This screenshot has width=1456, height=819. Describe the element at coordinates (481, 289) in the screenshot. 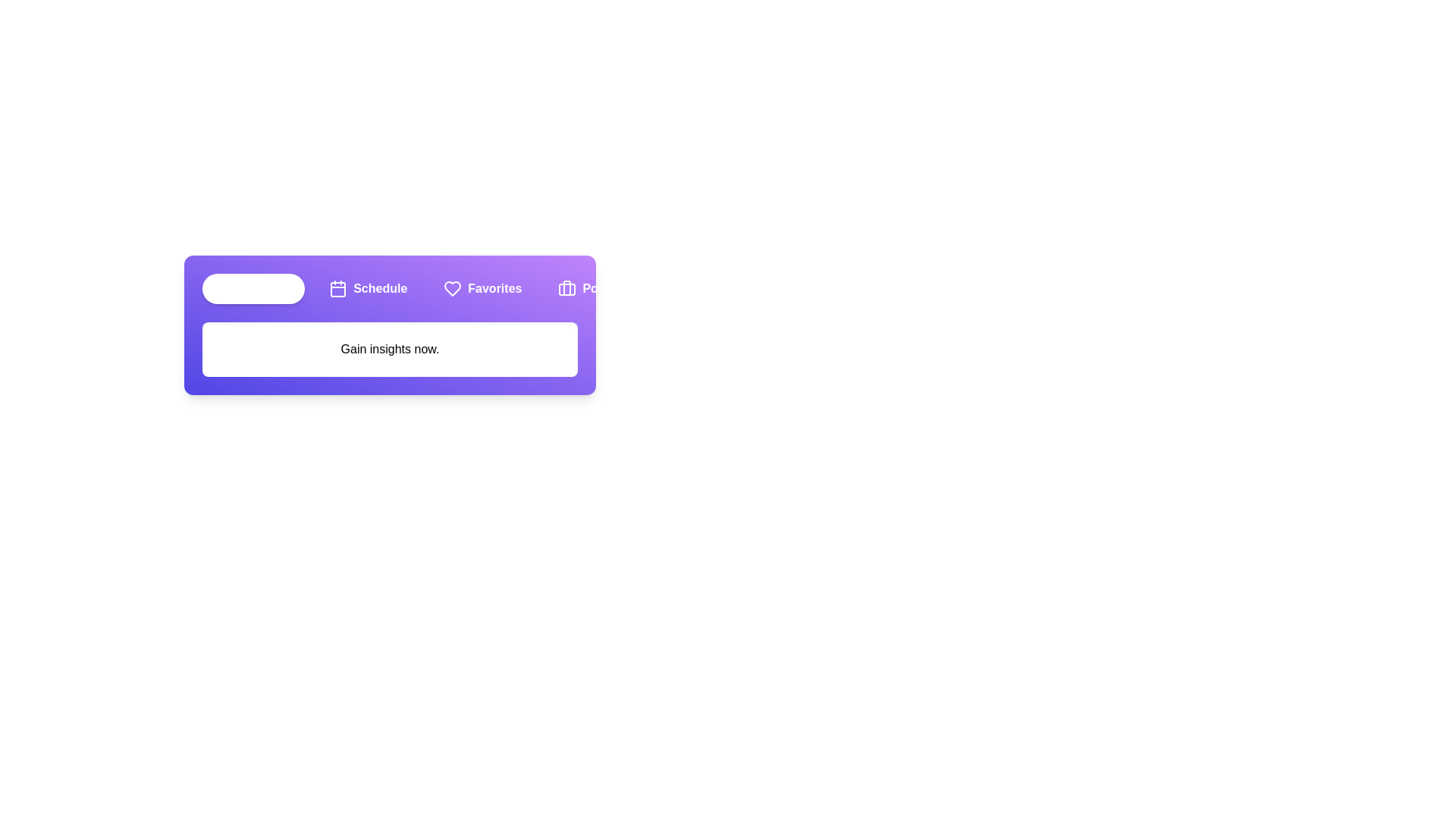

I see `the tab labeled Favorites to view its content` at that location.